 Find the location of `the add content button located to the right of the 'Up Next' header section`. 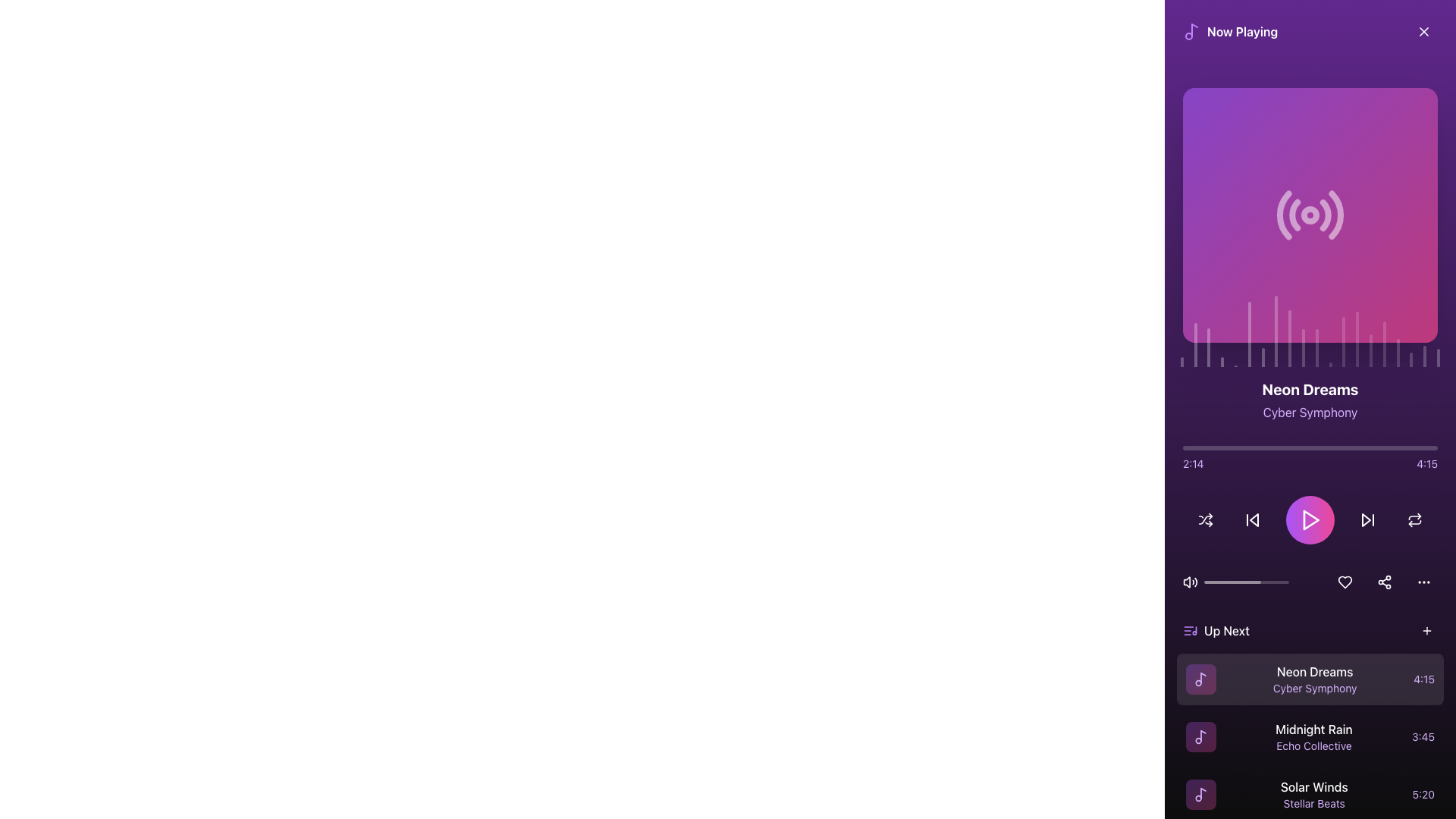

the add content button located to the right of the 'Up Next' header section is located at coordinates (1426, 631).